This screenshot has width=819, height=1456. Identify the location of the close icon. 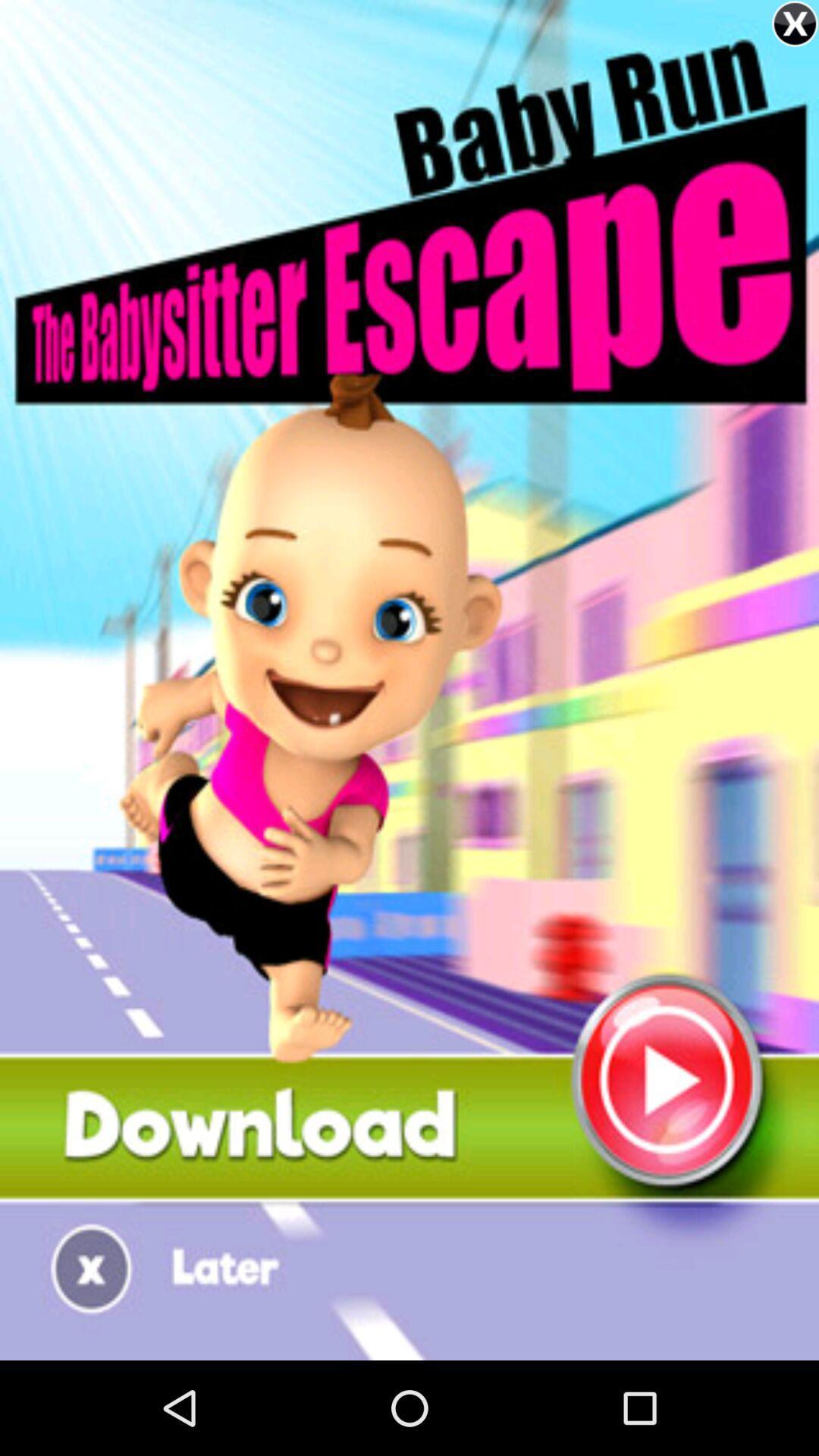
(794, 25).